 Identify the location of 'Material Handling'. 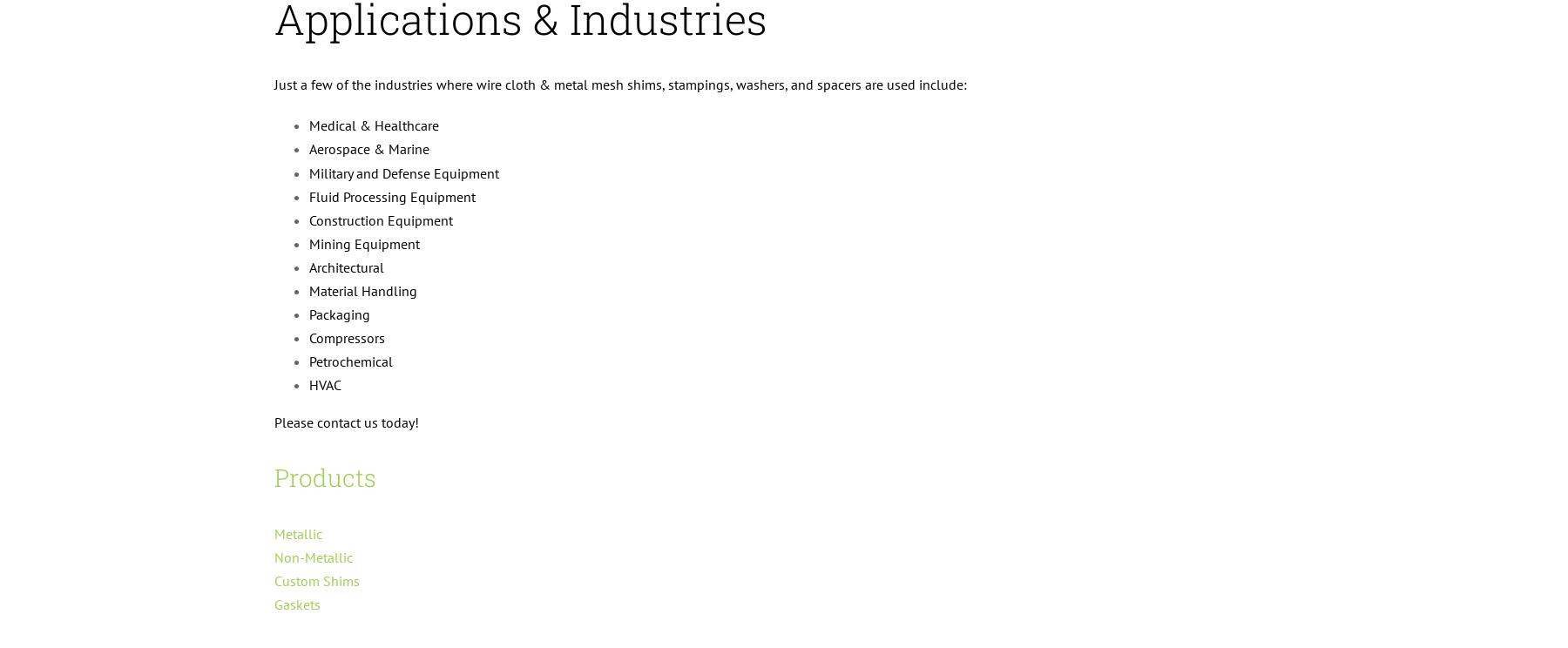
(363, 290).